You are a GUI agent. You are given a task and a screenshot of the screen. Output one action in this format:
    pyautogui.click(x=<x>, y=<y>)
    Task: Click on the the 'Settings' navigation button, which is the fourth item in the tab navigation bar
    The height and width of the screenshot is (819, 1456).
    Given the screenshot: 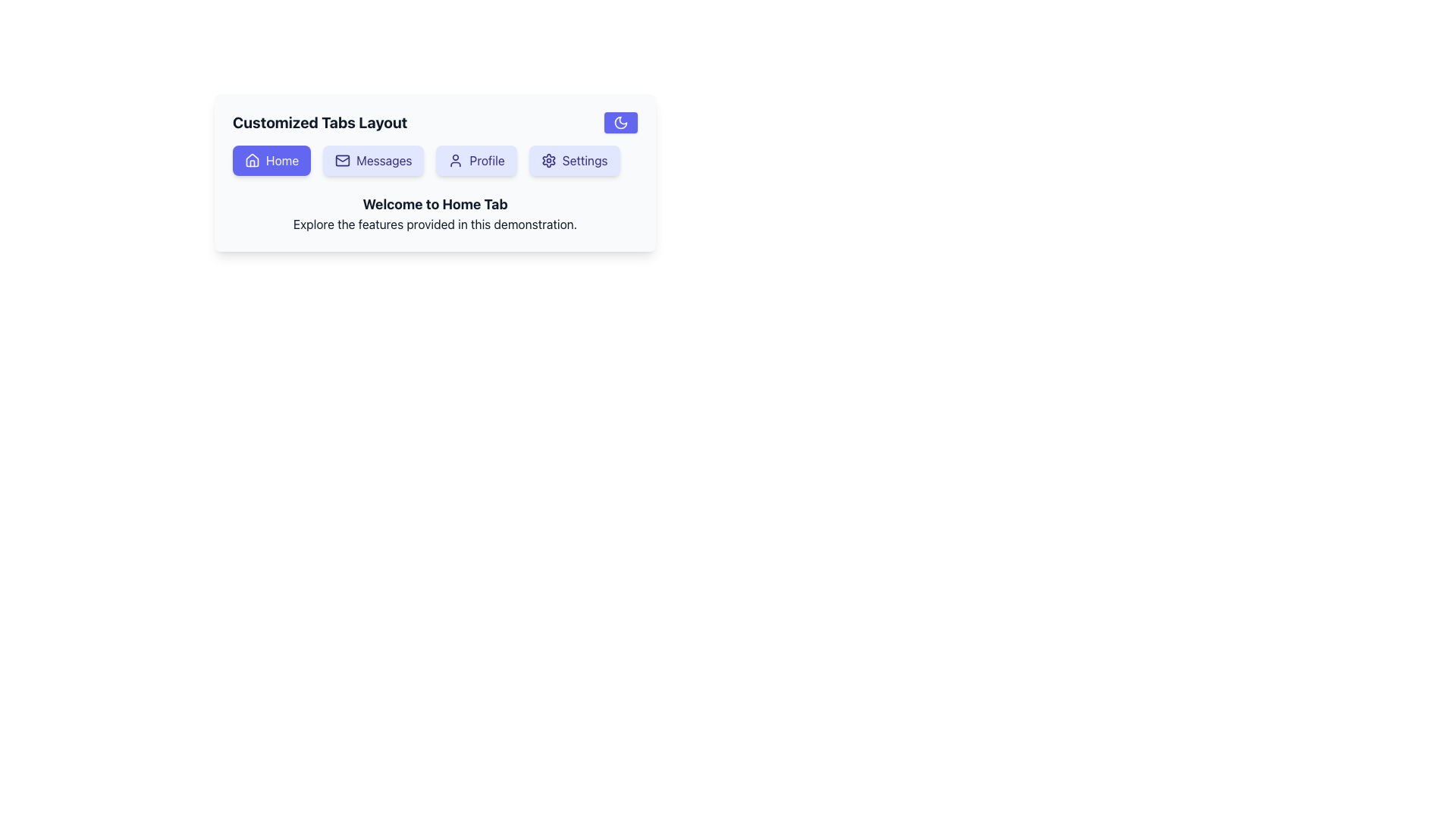 What is the action you would take?
    pyautogui.click(x=584, y=161)
    